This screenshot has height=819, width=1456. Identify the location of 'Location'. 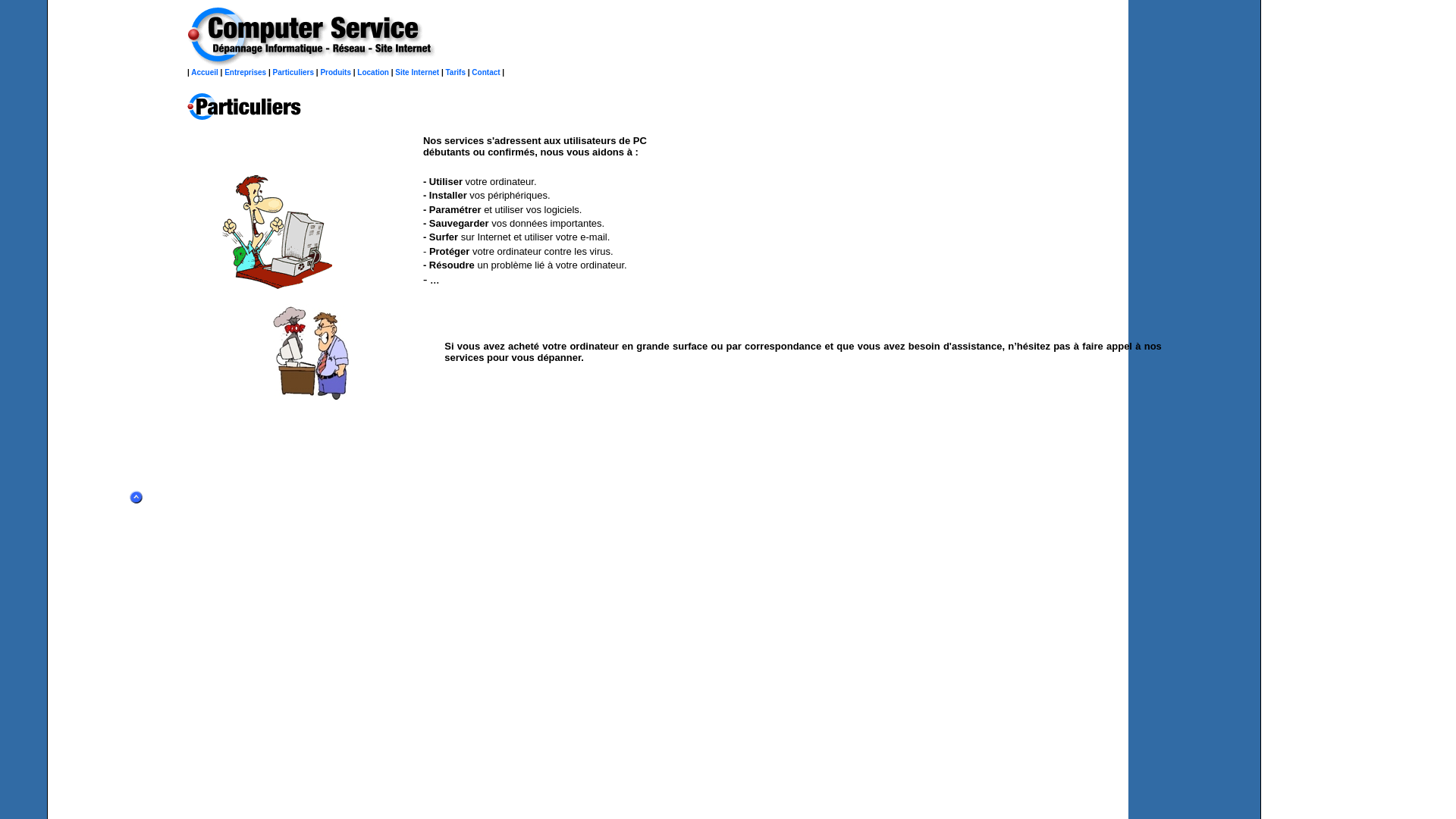
(372, 72).